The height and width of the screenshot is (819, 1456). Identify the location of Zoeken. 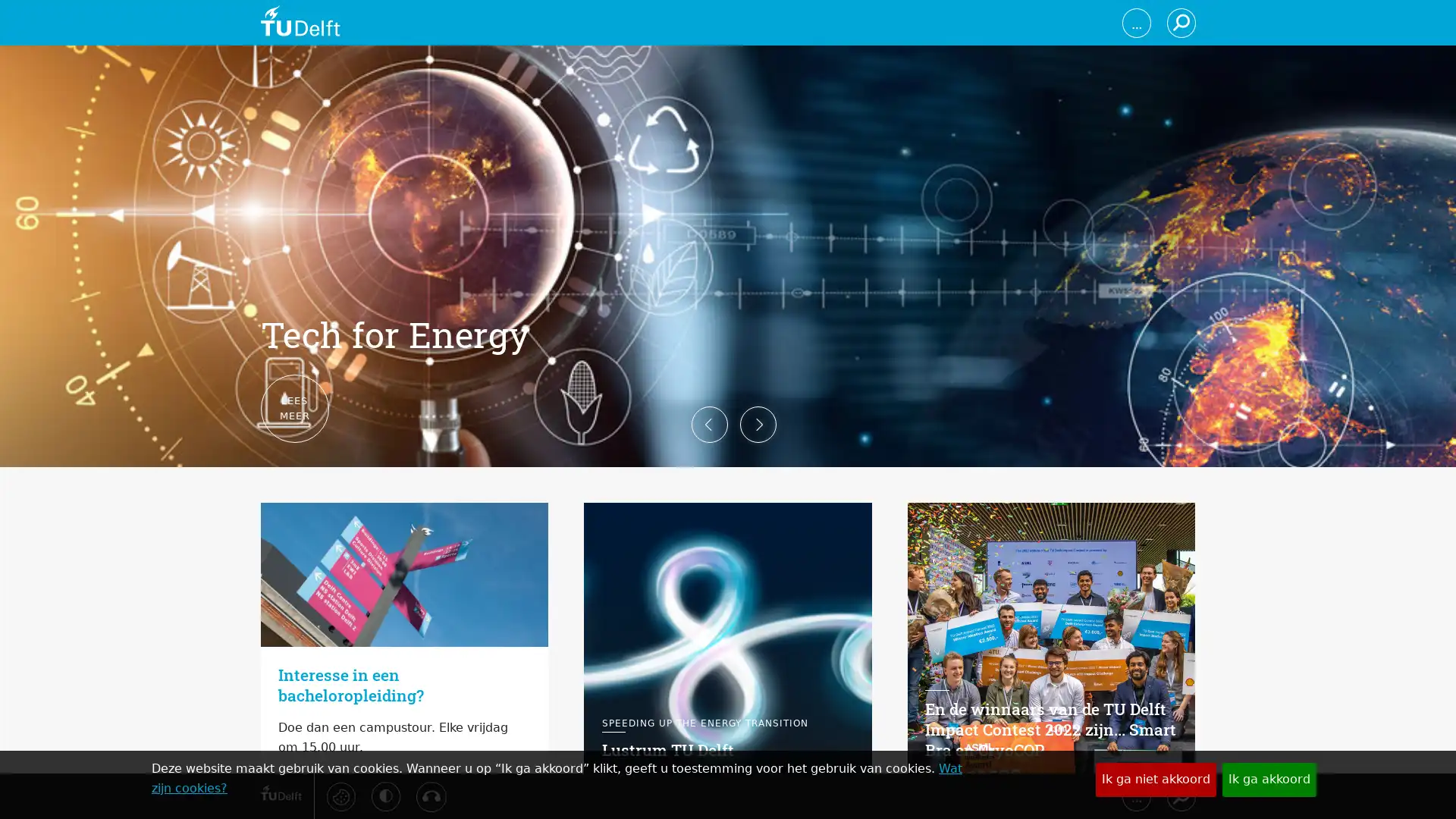
(1179, 795).